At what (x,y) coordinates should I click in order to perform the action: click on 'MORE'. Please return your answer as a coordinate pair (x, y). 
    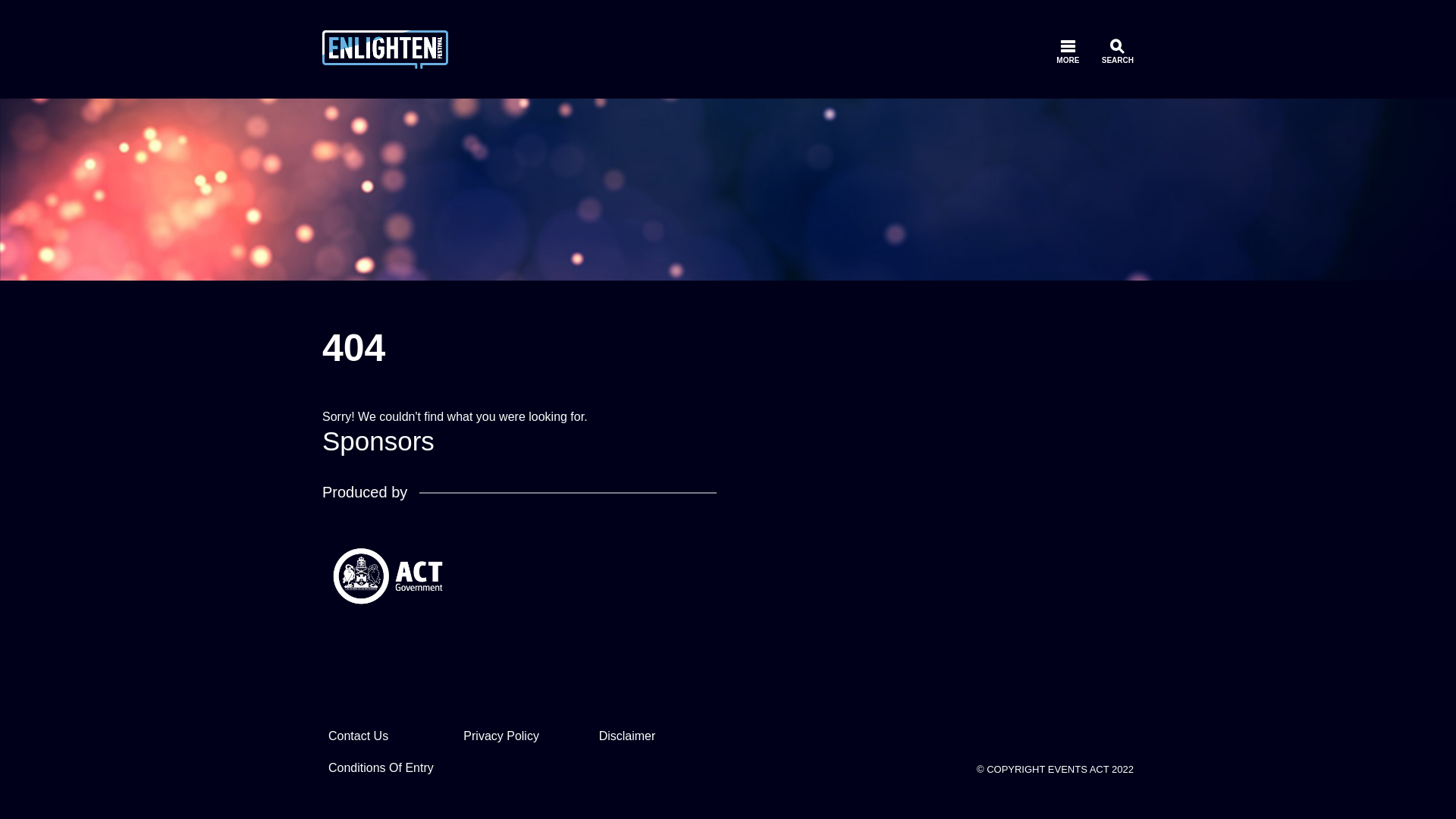
    Looking at the image, I should click on (1066, 49).